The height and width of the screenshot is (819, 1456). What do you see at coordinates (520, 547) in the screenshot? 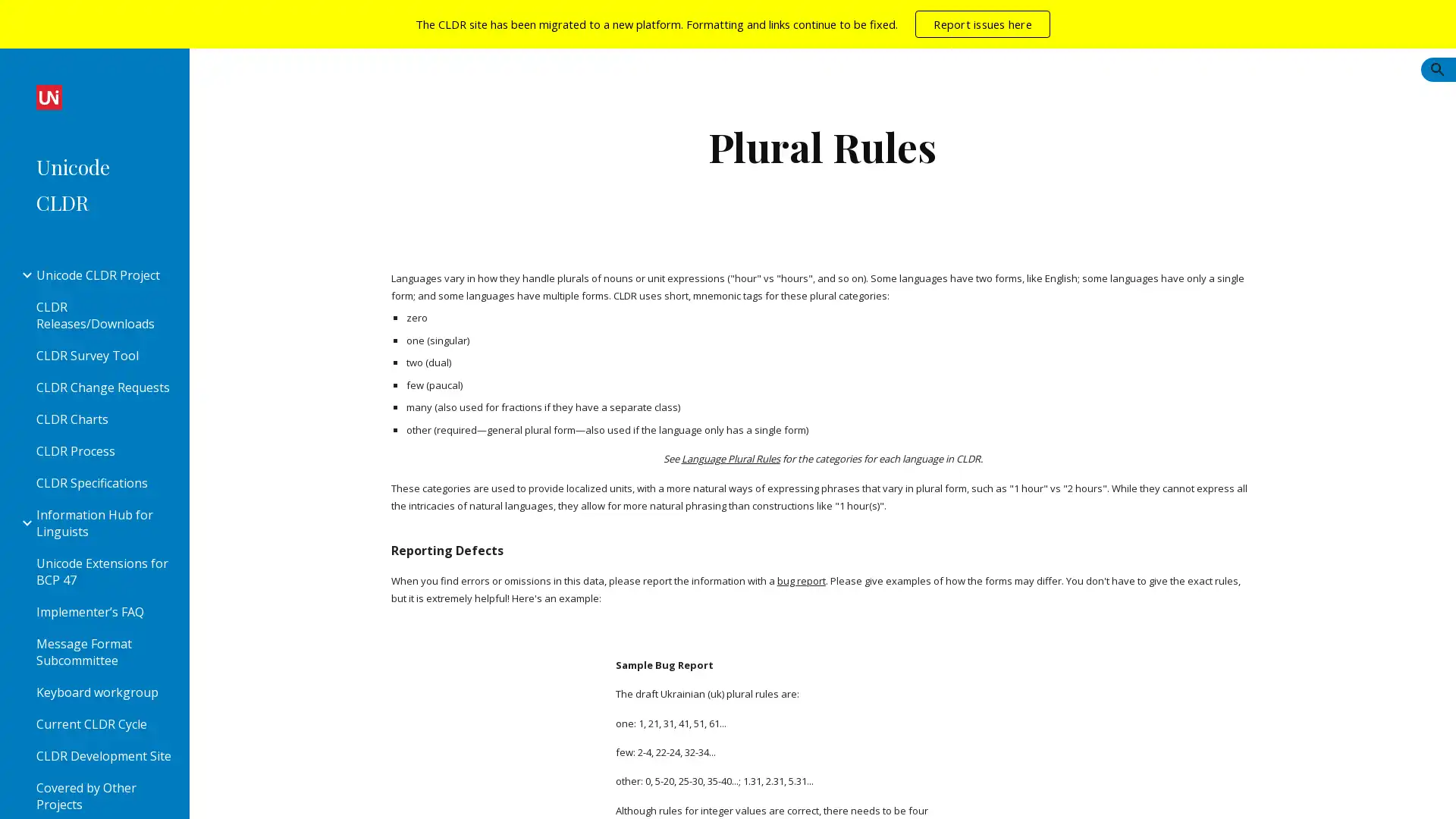
I see `Copy heading link` at bounding box center [520, 547].